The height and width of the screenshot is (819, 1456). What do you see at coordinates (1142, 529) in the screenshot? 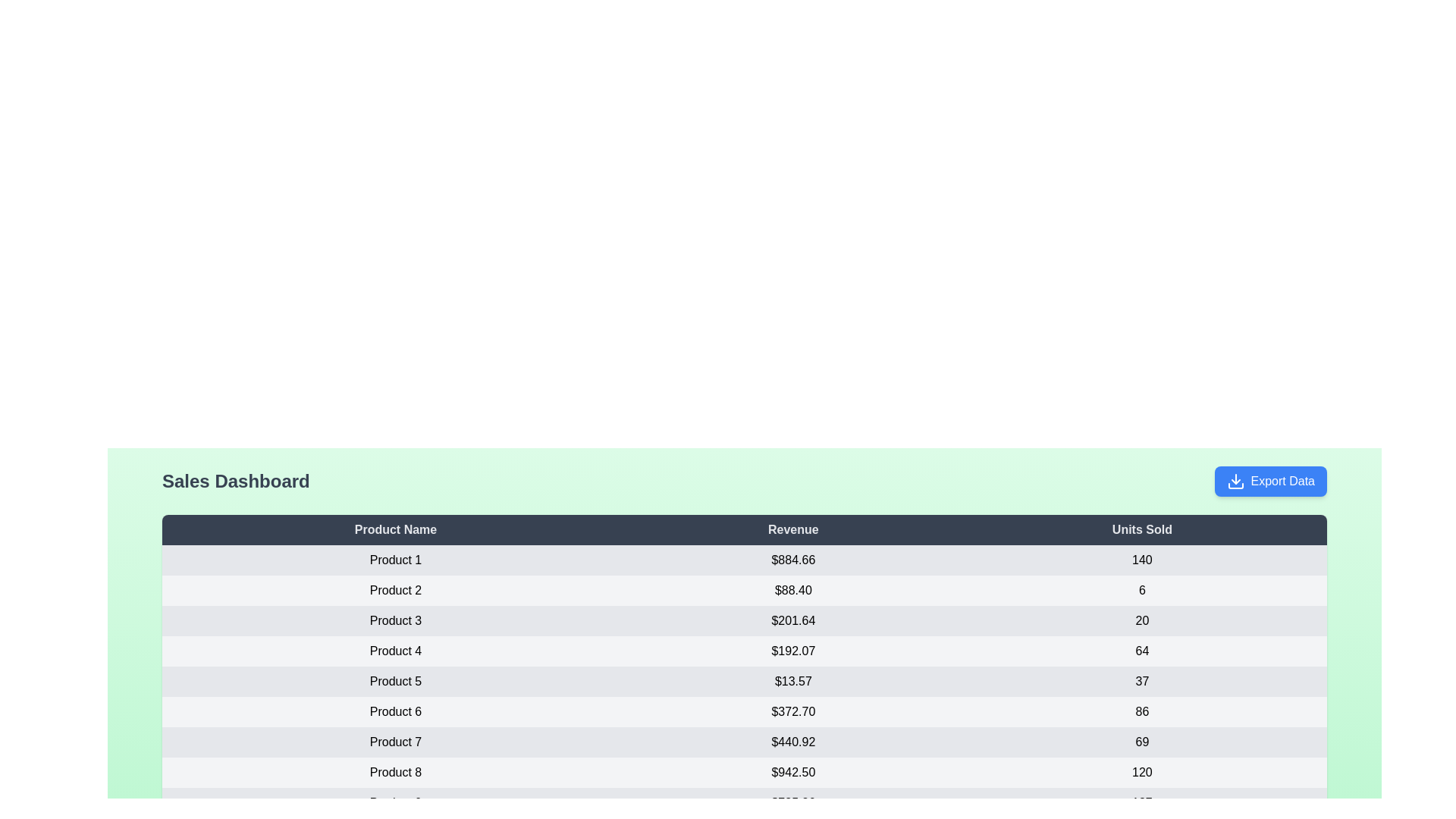
I see `the column header 'Units Sold' to sort the table by that column` at bounding box center [1142, 529].